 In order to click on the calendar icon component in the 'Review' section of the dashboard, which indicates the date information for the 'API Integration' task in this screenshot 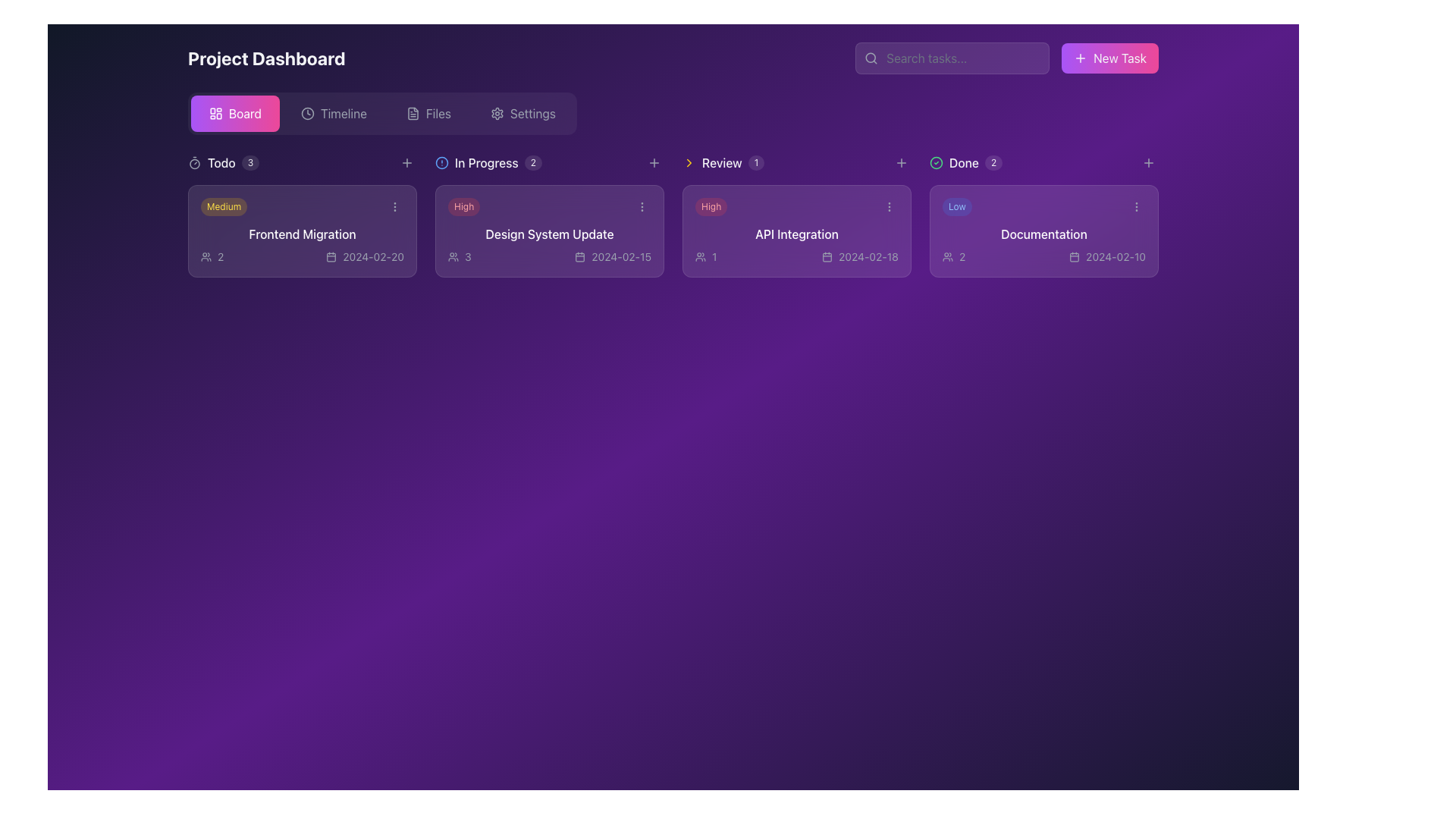, I will do `click(827, 256)`.